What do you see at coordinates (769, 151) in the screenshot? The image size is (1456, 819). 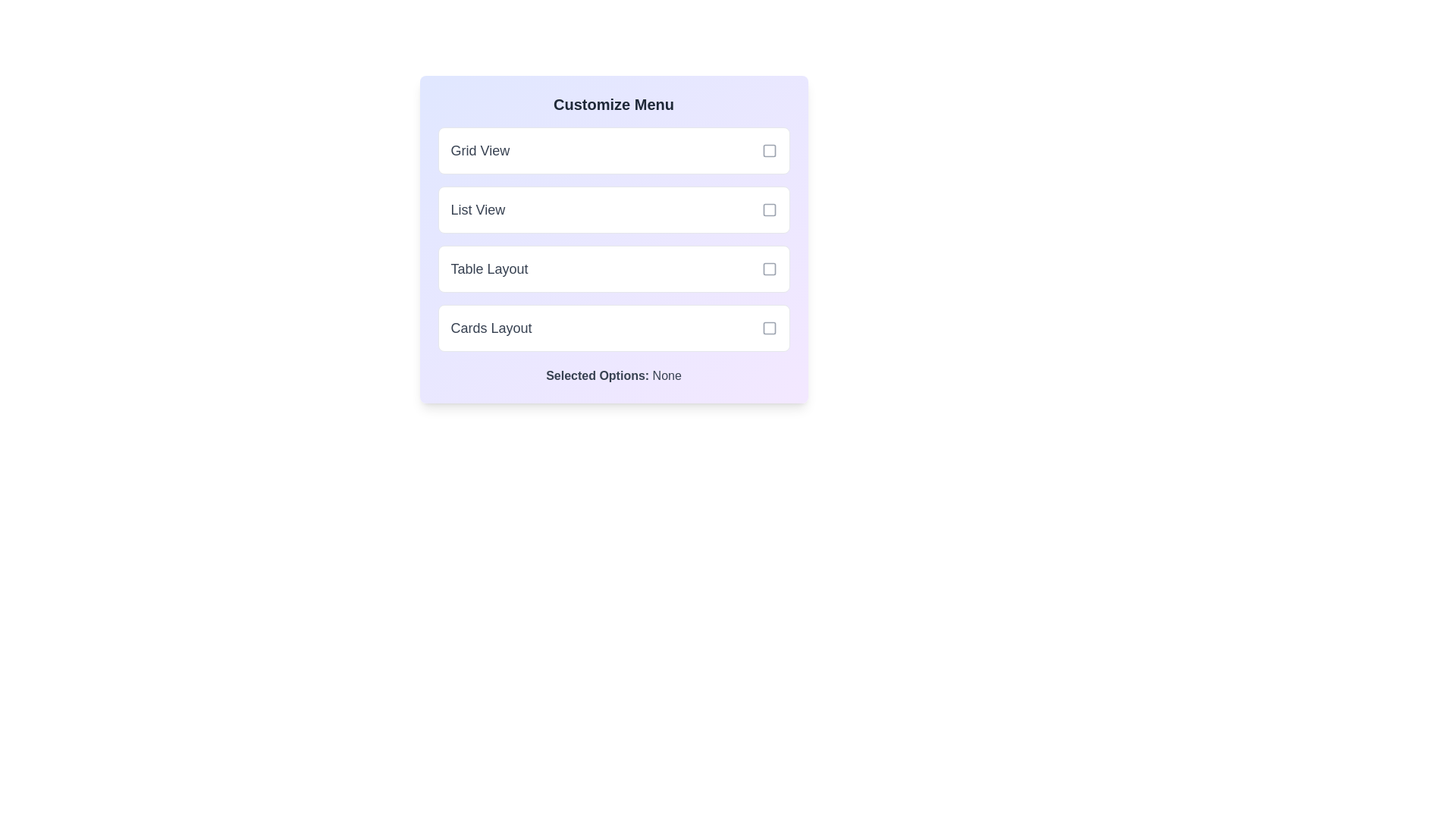 I see `the checkbox element with a minimalistic design and a light gray color` at bounding box center [769, 151].